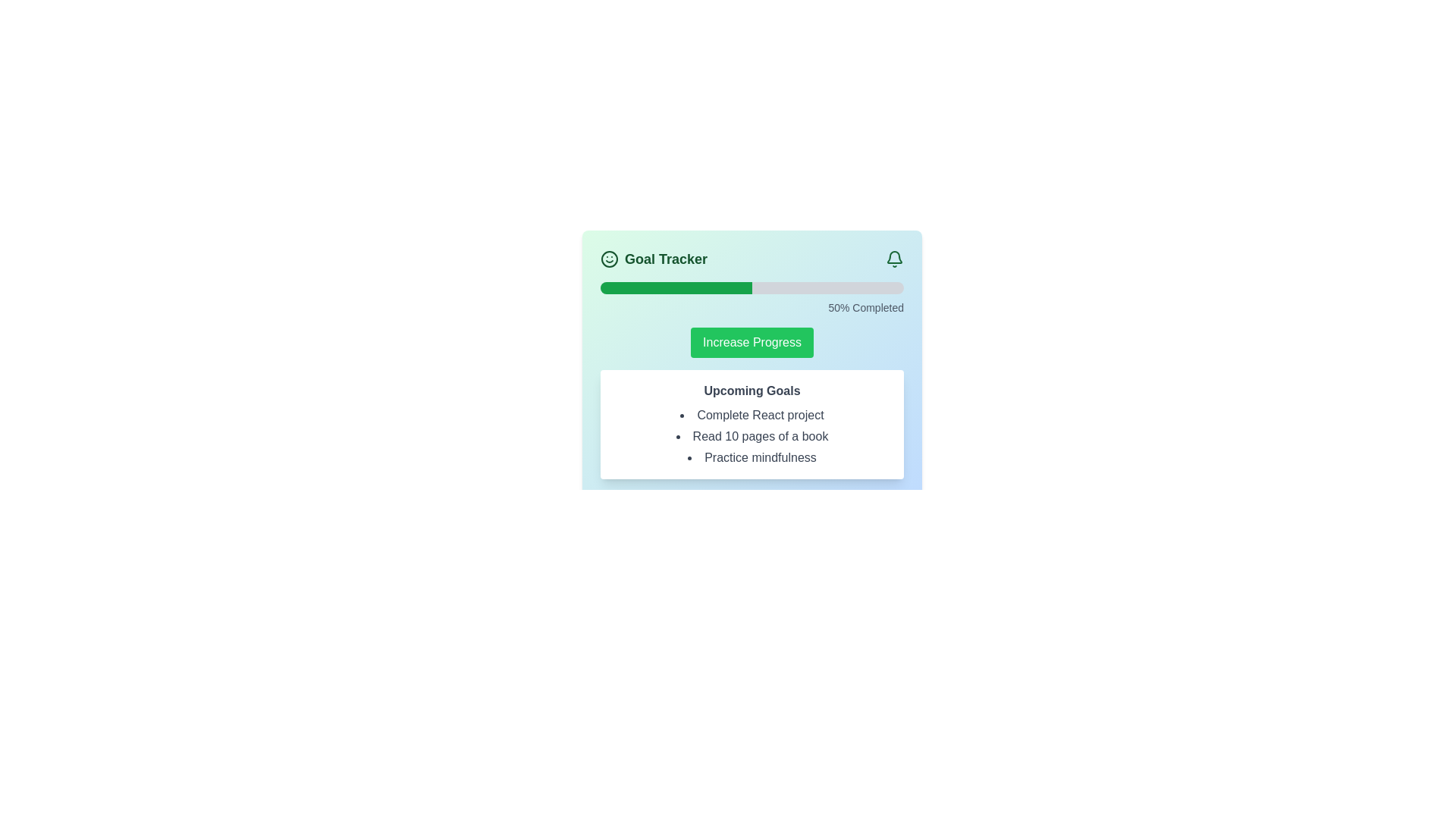 This screenshot has width=1456, height=819. Describe the element at coordinates (654, 259) in the screenshot. I see `the 'Goal Tracker' header label located in the upper-left part of the card layout` at that location.